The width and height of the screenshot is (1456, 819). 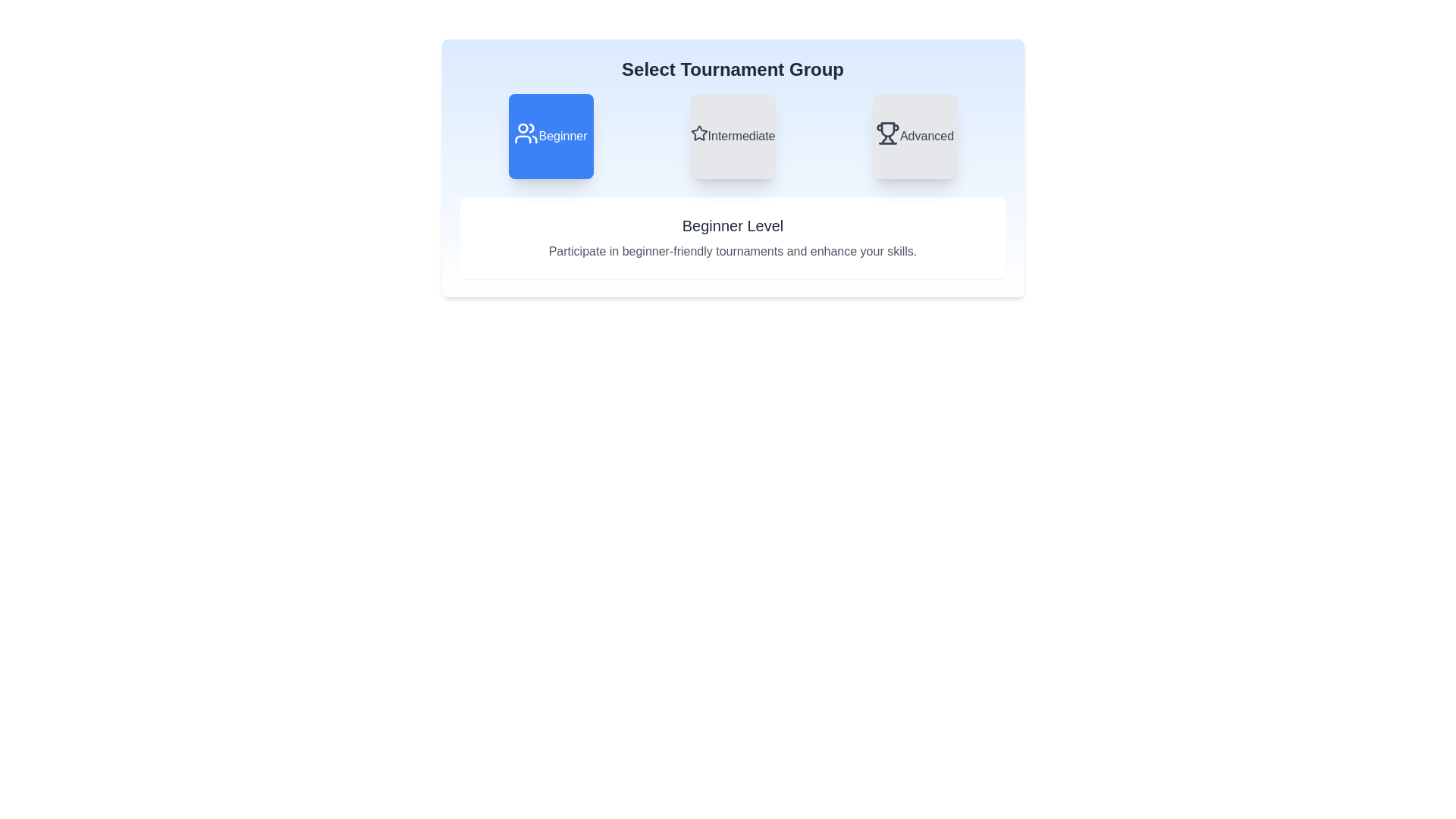 What do you see at coordinates (733, 225) in the screenshot?
I see `the text label that displays 'Beginner Level', which is prominently positioned below the 'Select Tournament Group' section in bold, dark gray font on a white background` at bounding box center [733, 225].